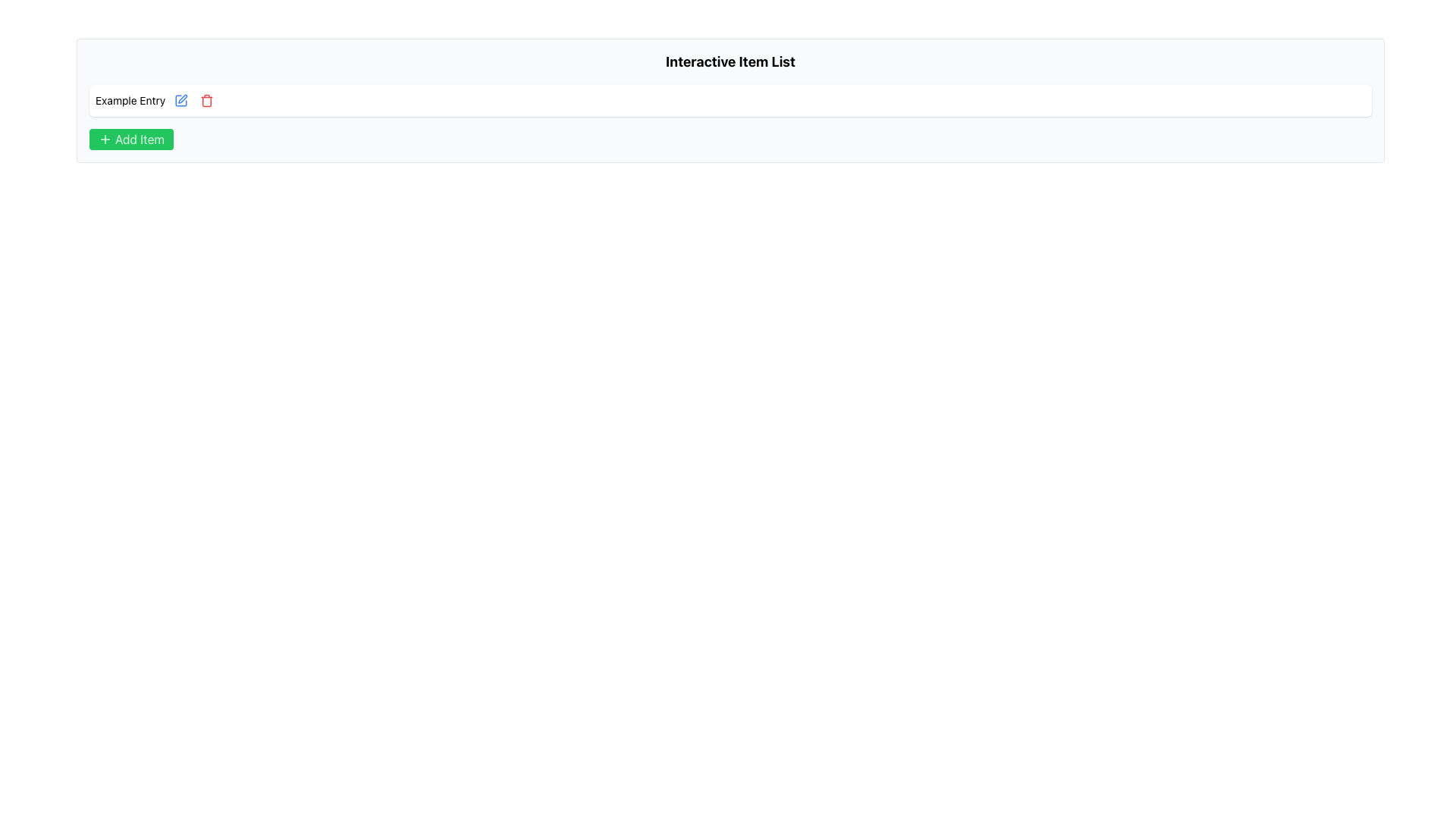 The height and width of the screenshot is (819, 1456). I want to click on the green 'Add Item' button with a white plus icon located below the 'Example Entry' item in the 'Interactive Item List' panel, so click(131, 140).